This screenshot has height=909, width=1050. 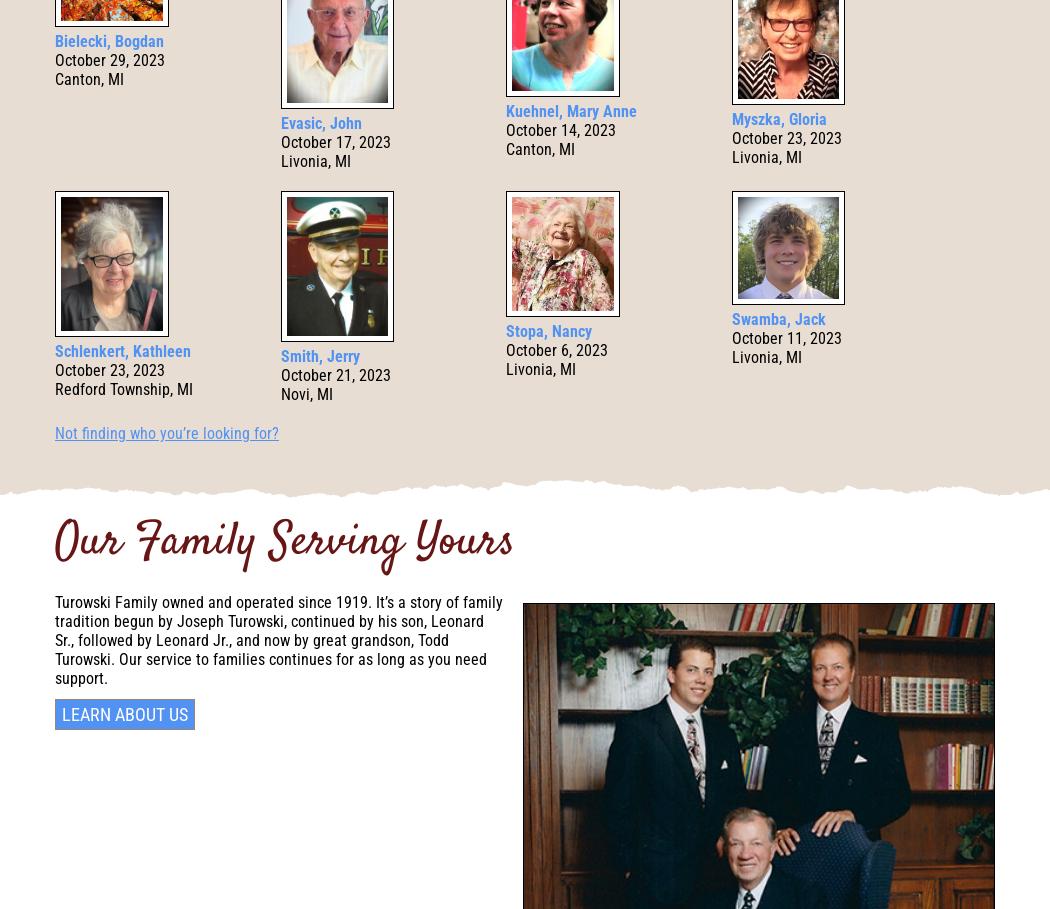 What do you see at coordinates (54, 543) in the screenshot?
I see `'Our Family Serving Yours'` at bounding box center [54, 543].